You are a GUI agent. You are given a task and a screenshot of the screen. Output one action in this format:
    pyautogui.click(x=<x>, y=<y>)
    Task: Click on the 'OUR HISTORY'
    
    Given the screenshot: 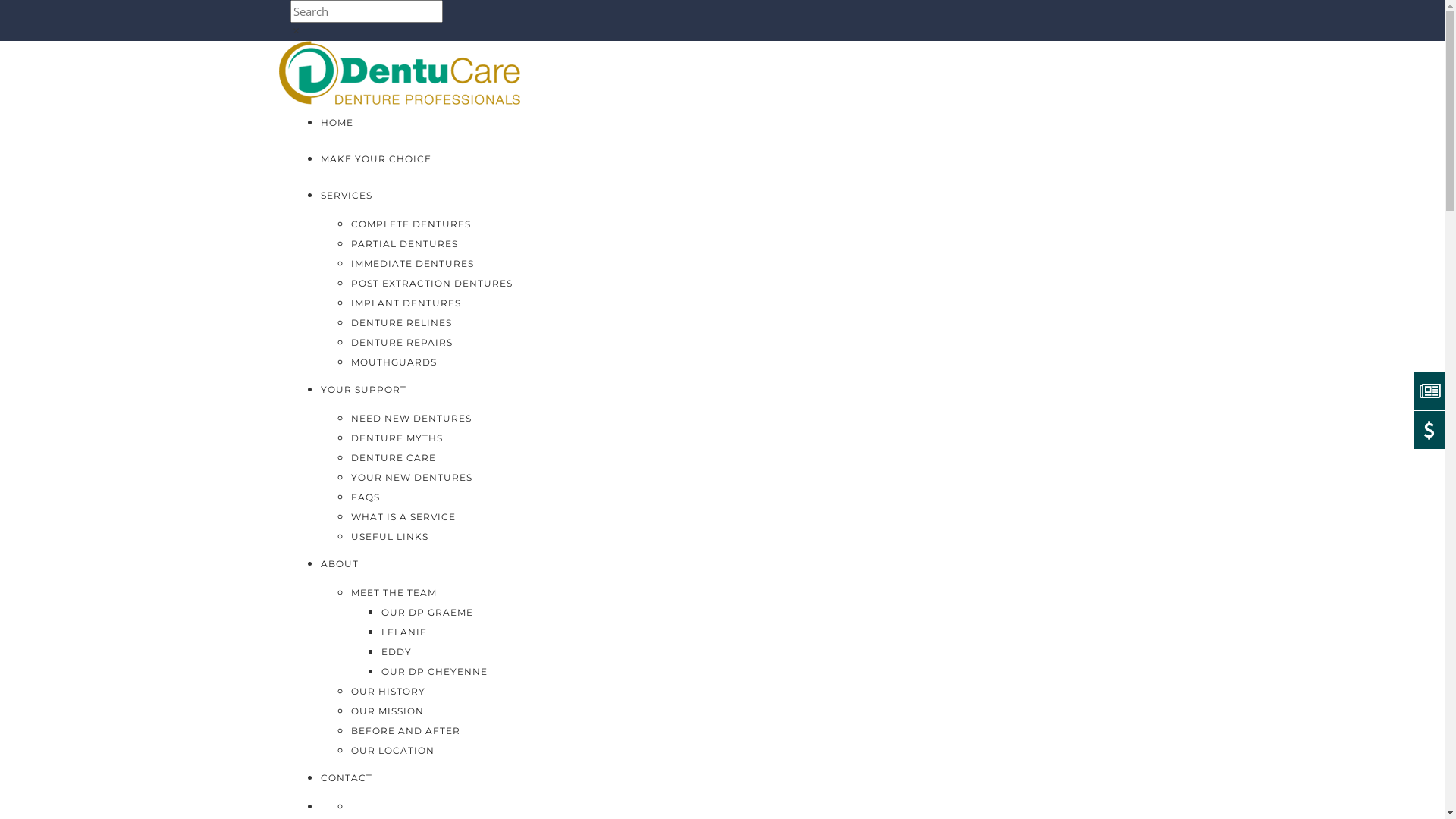 What is the action you would take?
    pyautogui.click(x=349, y=691)
    